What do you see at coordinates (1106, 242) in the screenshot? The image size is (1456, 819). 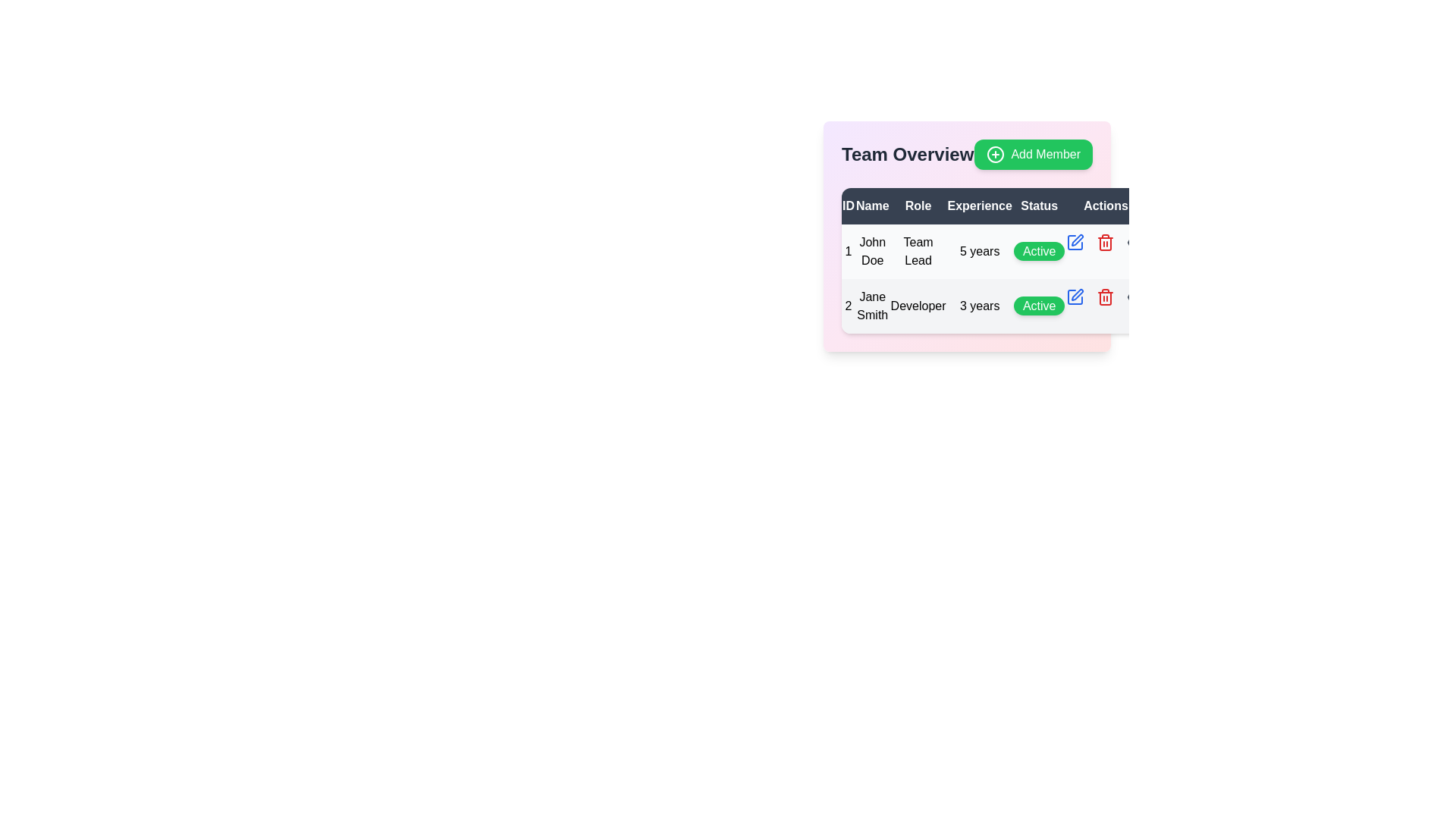 I see `the red trash icon in the 'Actions' column of the first row` at bounding box center [1106, 242].